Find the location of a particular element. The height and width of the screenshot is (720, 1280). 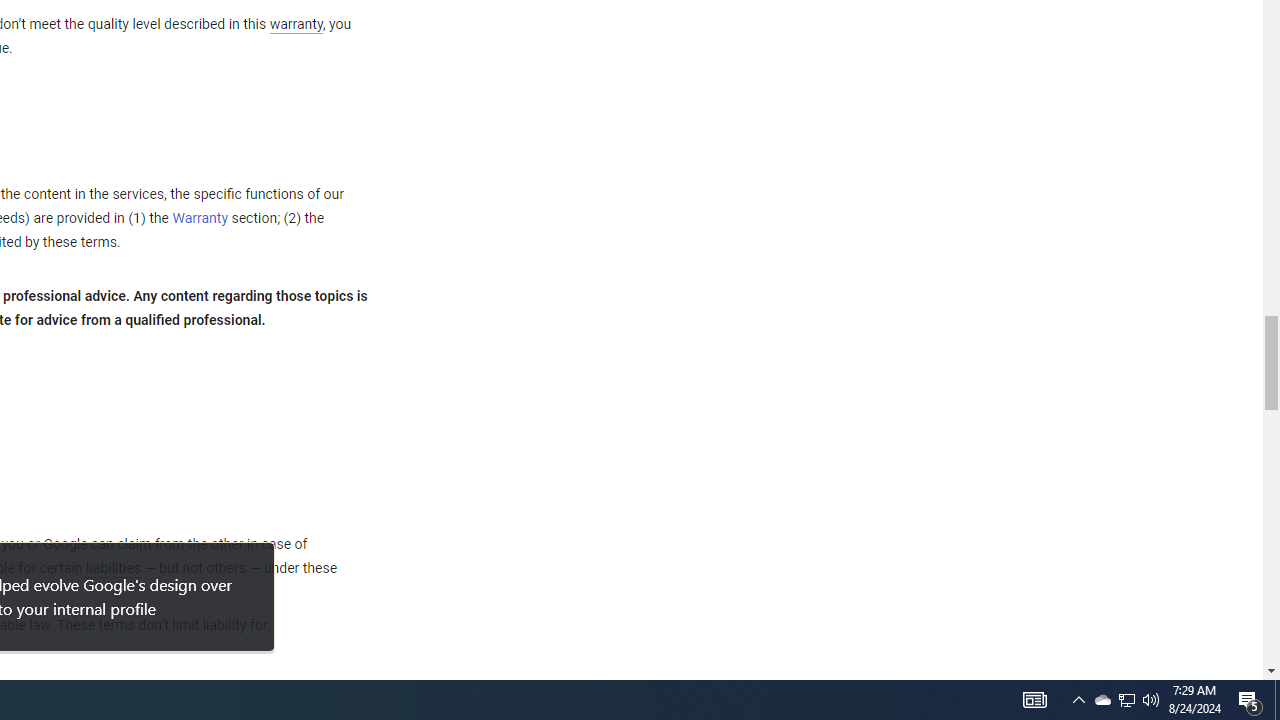

'warranty' is located at coordinates (294, 25).